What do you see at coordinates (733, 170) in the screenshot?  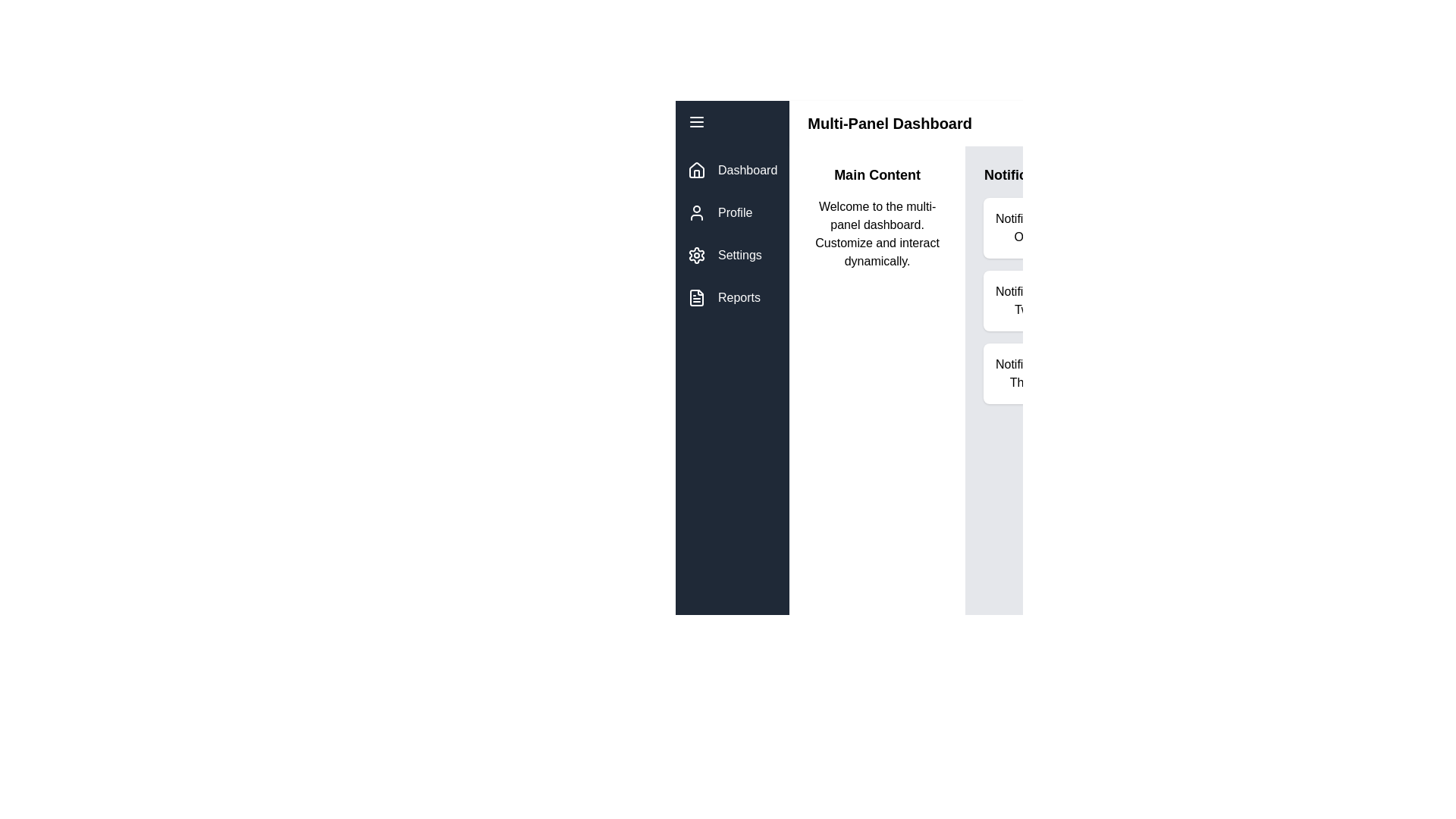 I see `the 'Dashboard' menu item, which is the first entry in the vertical sidebar menu and features a house icon followed by the text 'Dashboard'` at bounding box center [733, 170].